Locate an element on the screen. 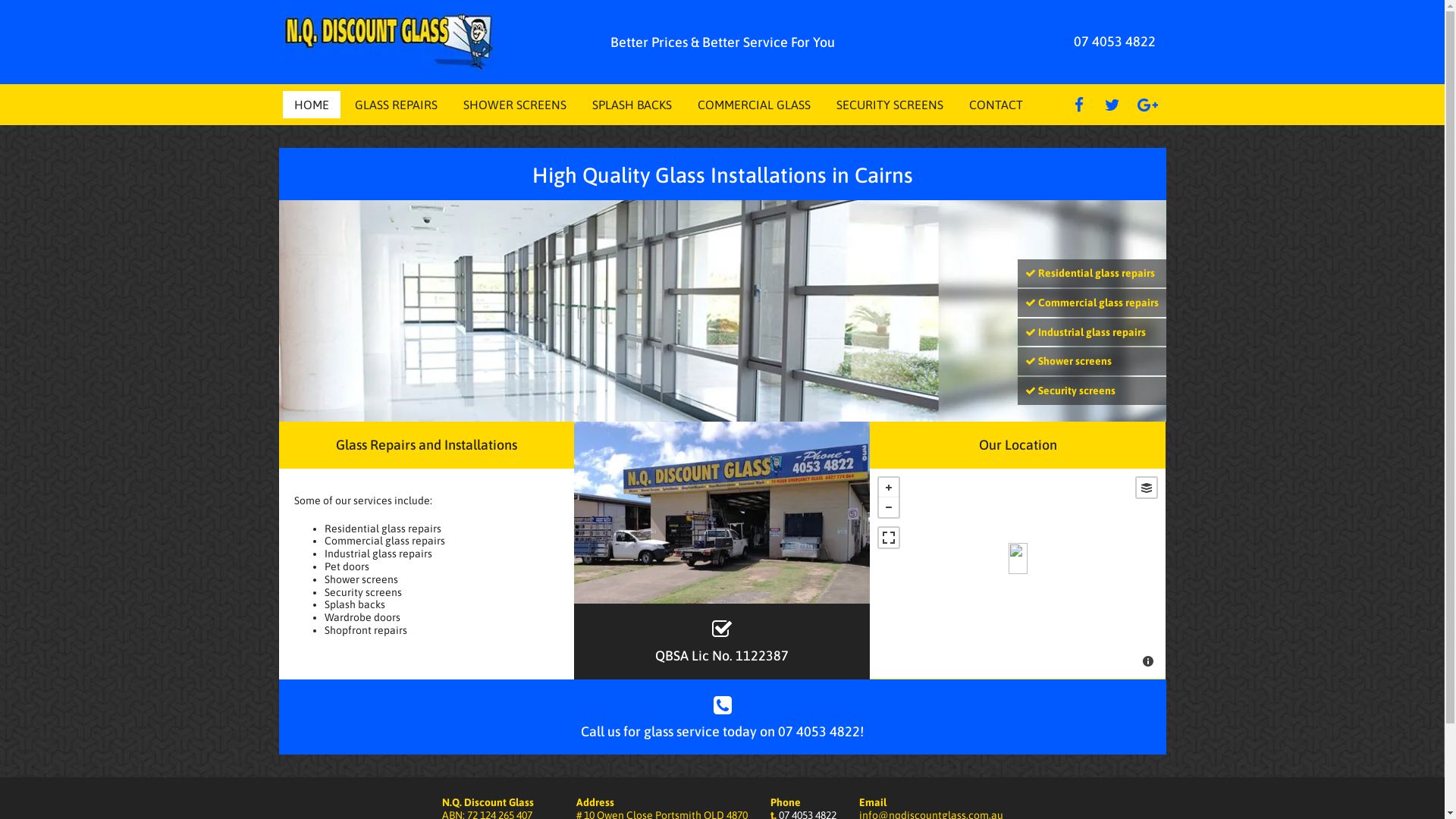  '+' is located at coordinates (888, 488).